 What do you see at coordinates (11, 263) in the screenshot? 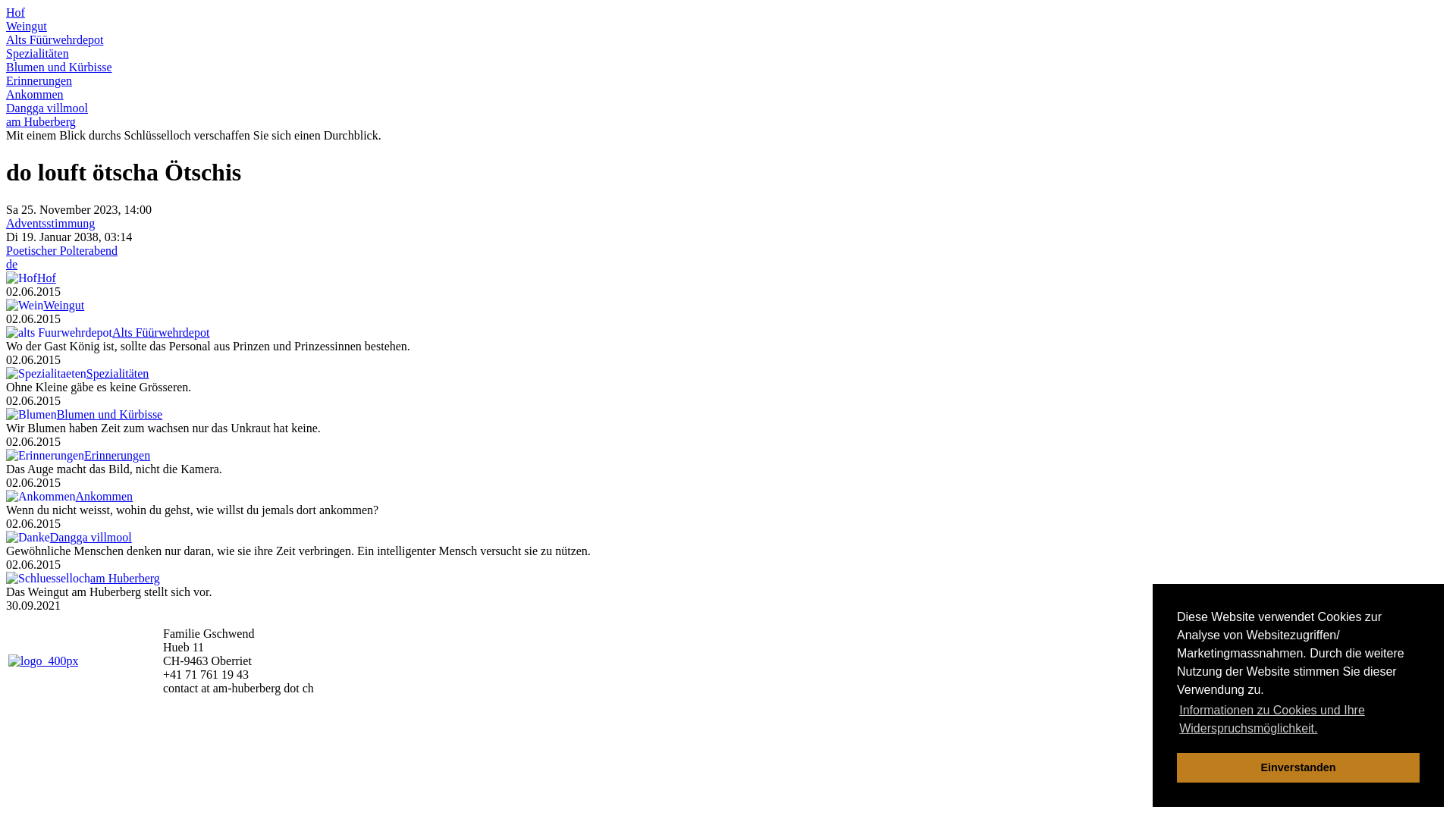
I see `'de'` at bounding box center [11, 263].